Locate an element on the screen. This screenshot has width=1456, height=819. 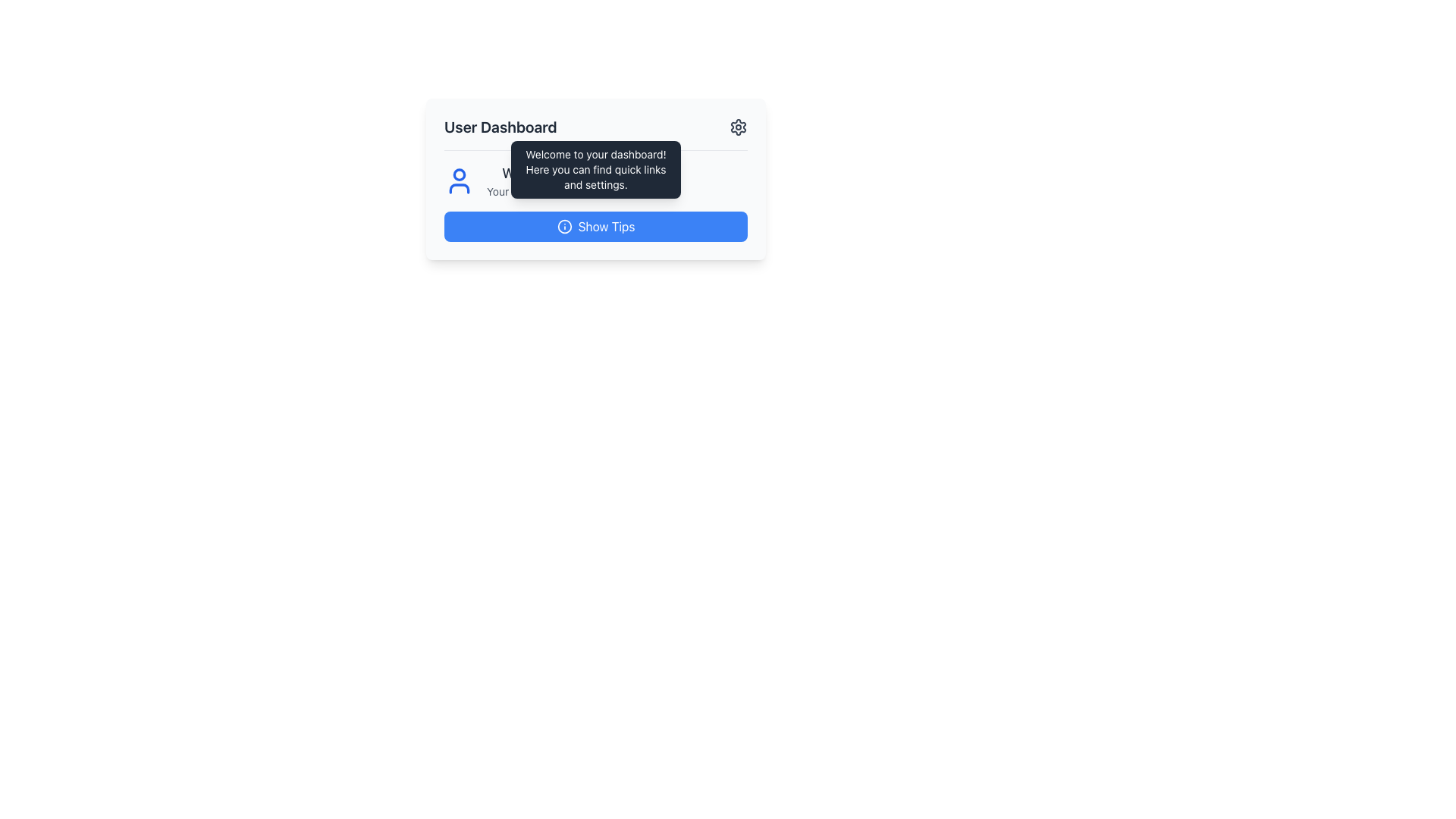
the decorative graphic of the settings gear icon located in the top-right corner of the 'User Dashboard' card is located at coordinates (739, 127).